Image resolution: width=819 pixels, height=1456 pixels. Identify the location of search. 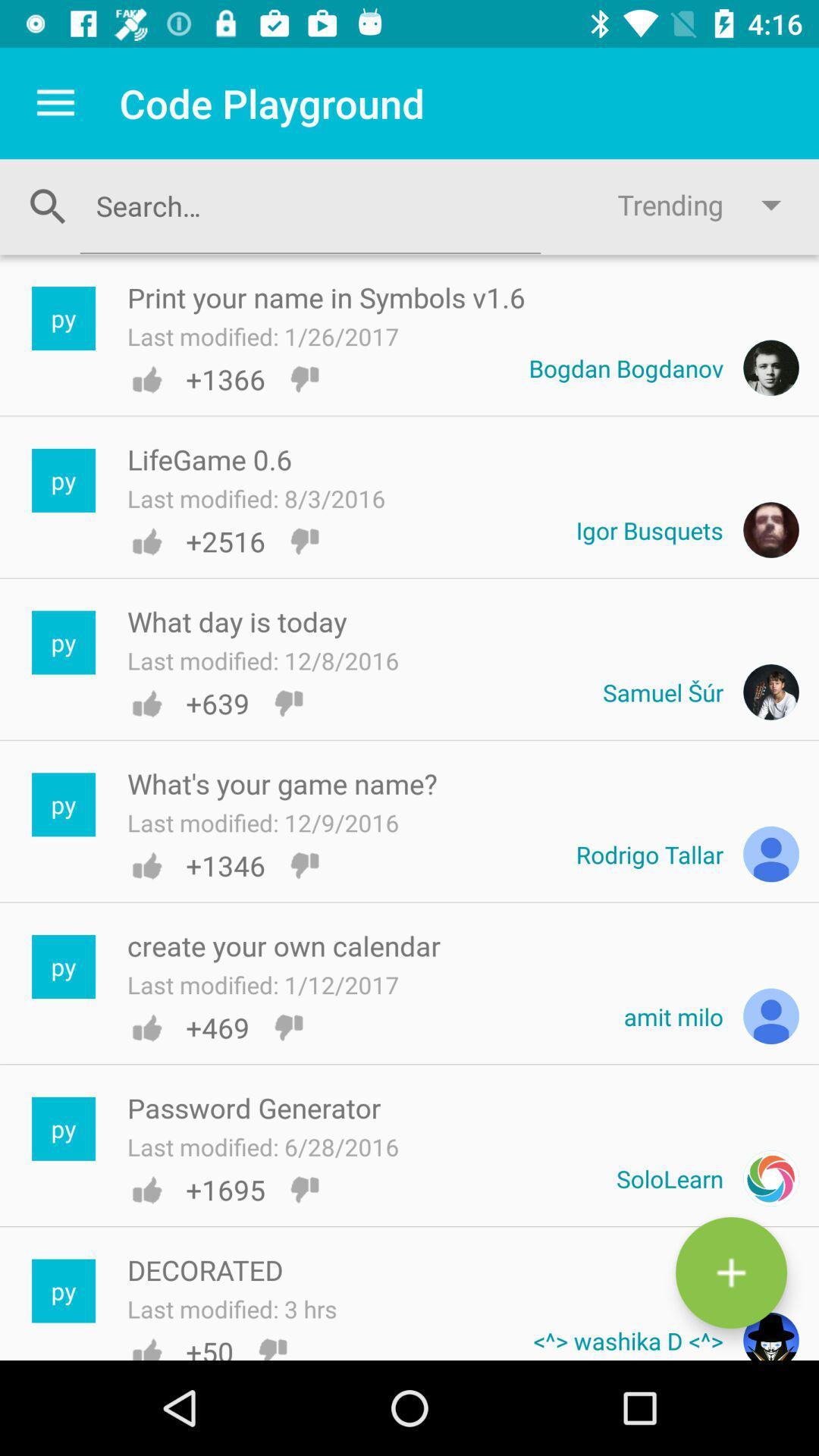
(309, 205).